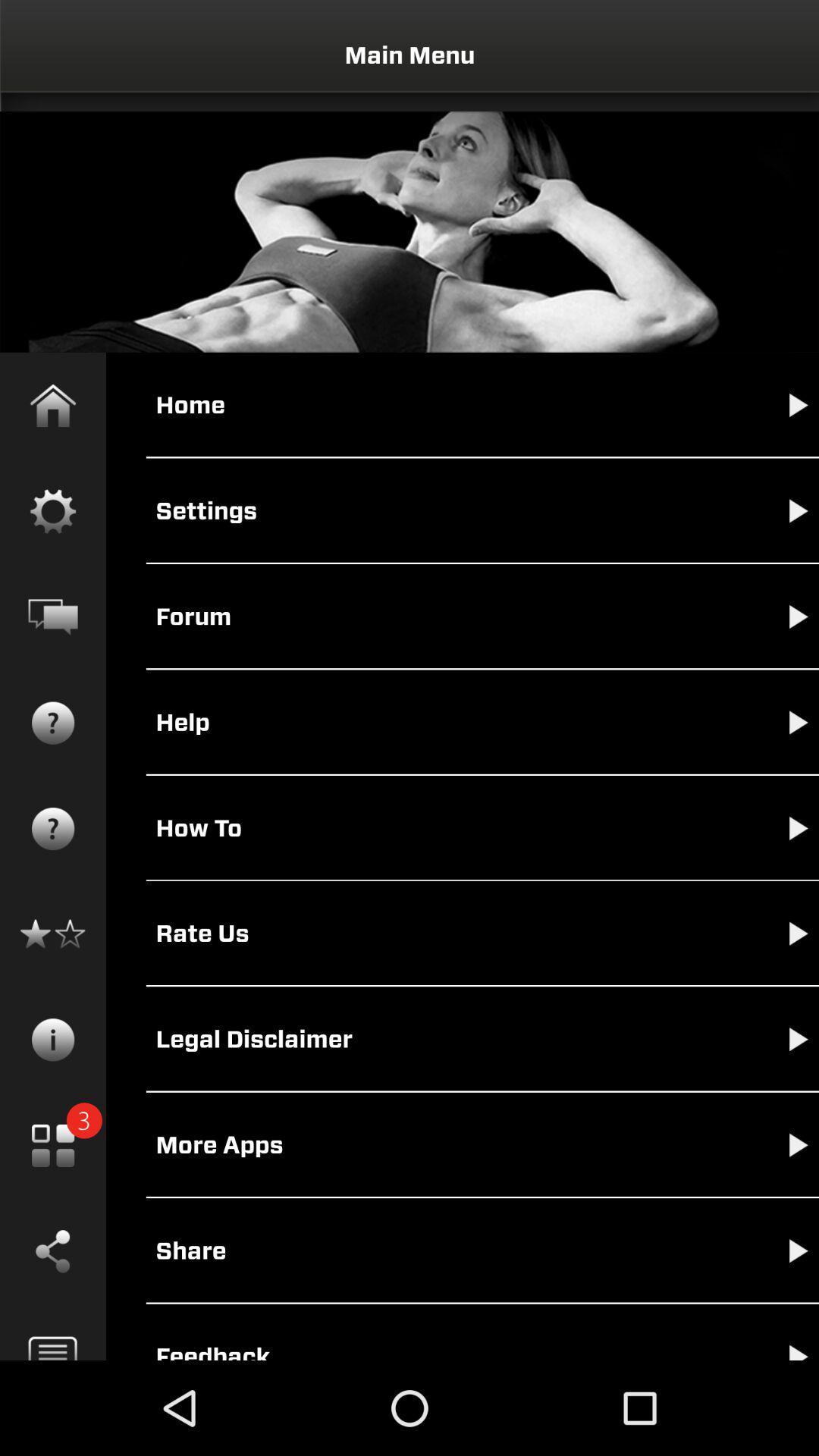  I want to click on the play icon, so click(783, 1264).